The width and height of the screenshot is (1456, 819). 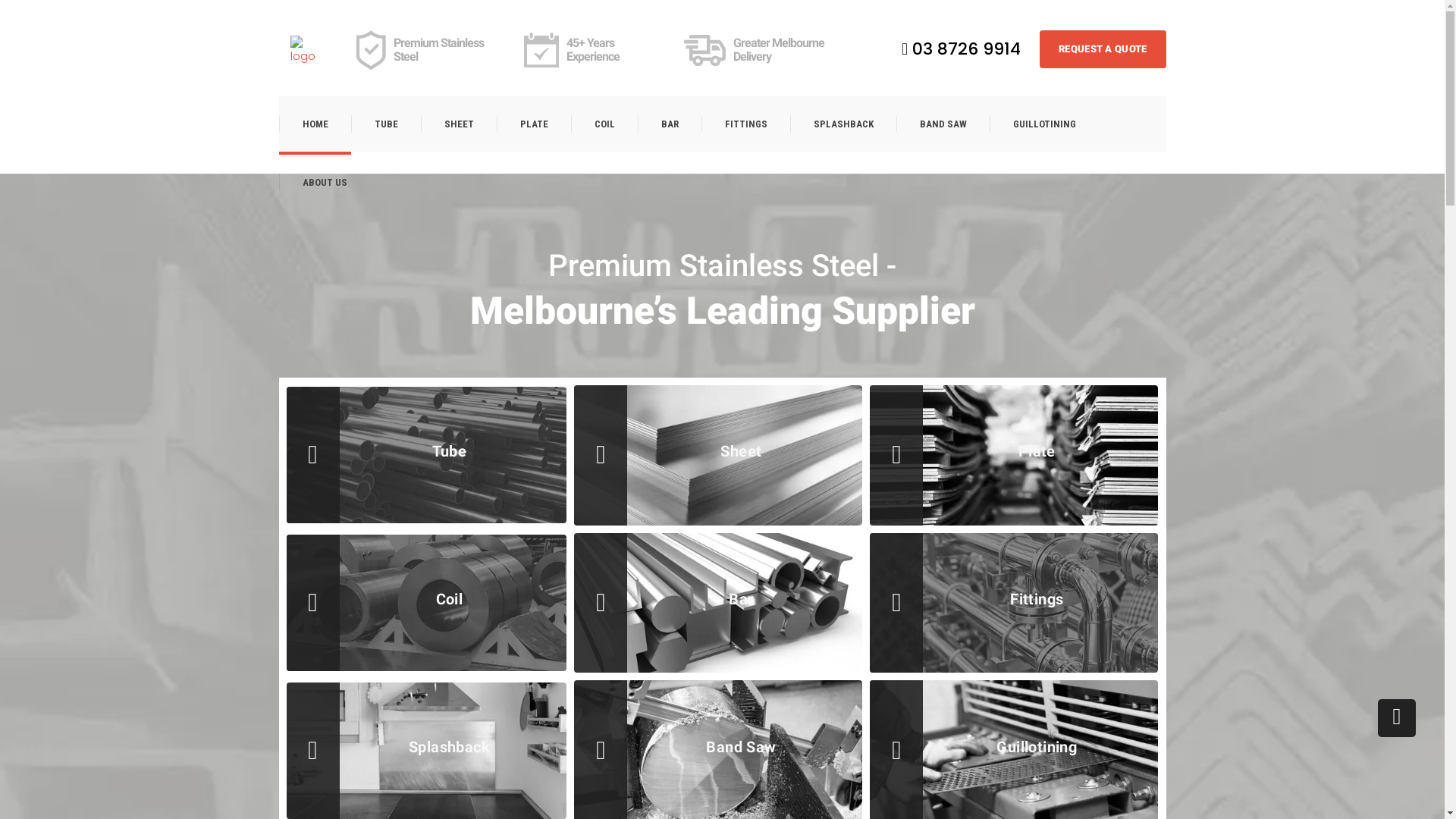 What do you see at coordinates (603, 123) in the screenshot?
I see `'COIL'` at bounding box center [603, 123].